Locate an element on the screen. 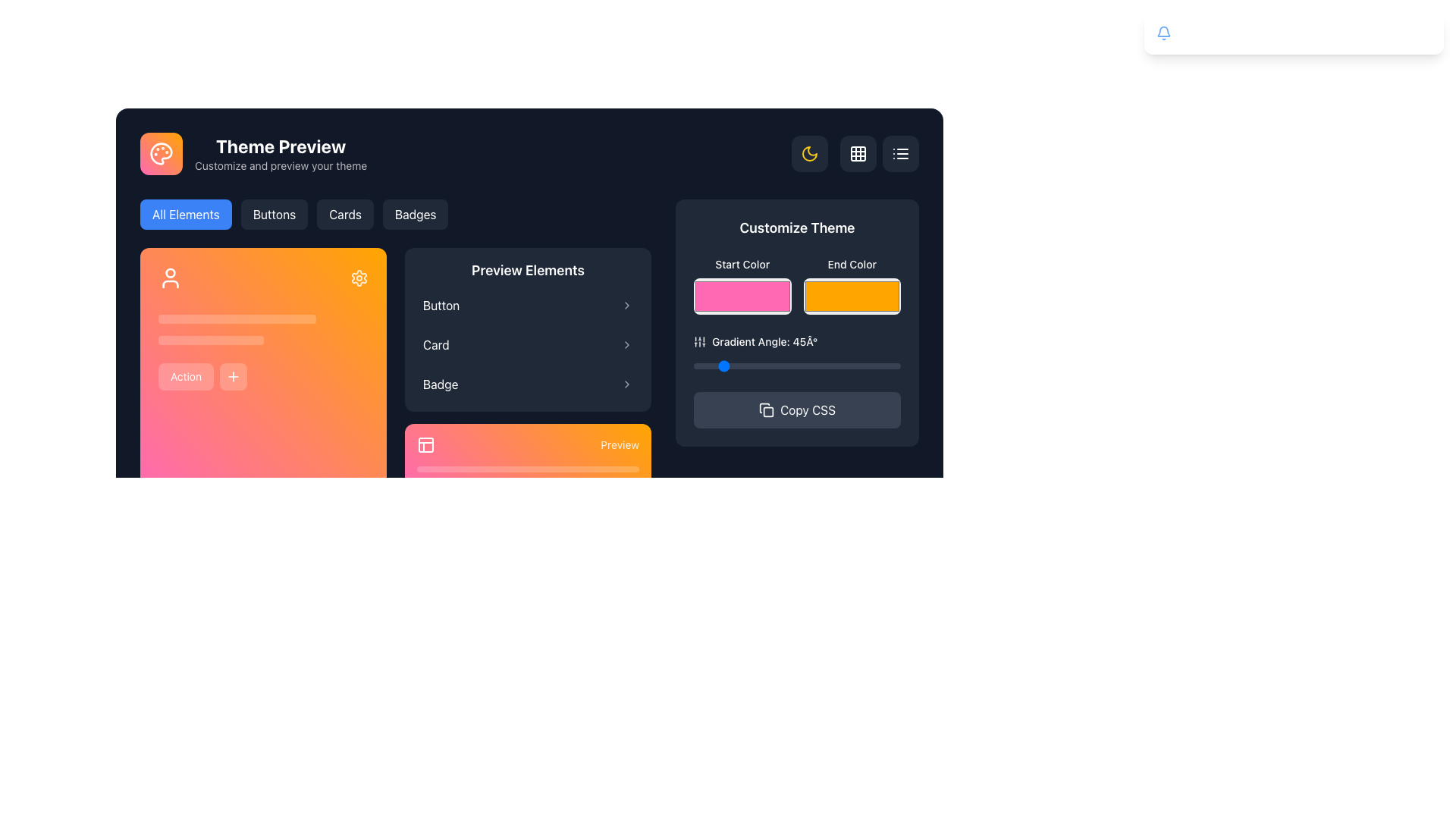 This screenshot has width=1456, height=819. the decorative icon representing adjustment functionality for settings related to gradients or themes in the 'Customize Theme' panel, located at the top-left corner of the 'Gradient Angle: 45°' section is located at coordinates (698, 342).